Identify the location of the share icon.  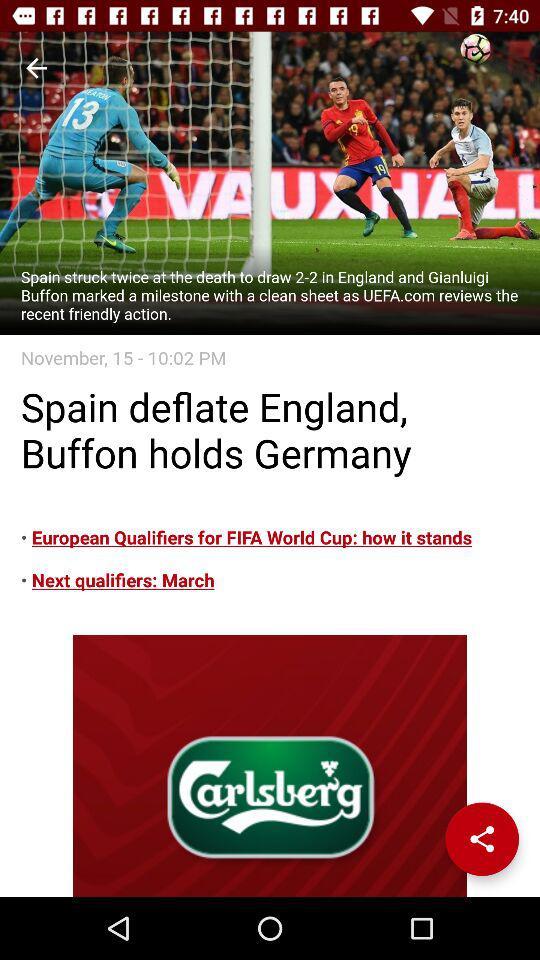
(481, 839).